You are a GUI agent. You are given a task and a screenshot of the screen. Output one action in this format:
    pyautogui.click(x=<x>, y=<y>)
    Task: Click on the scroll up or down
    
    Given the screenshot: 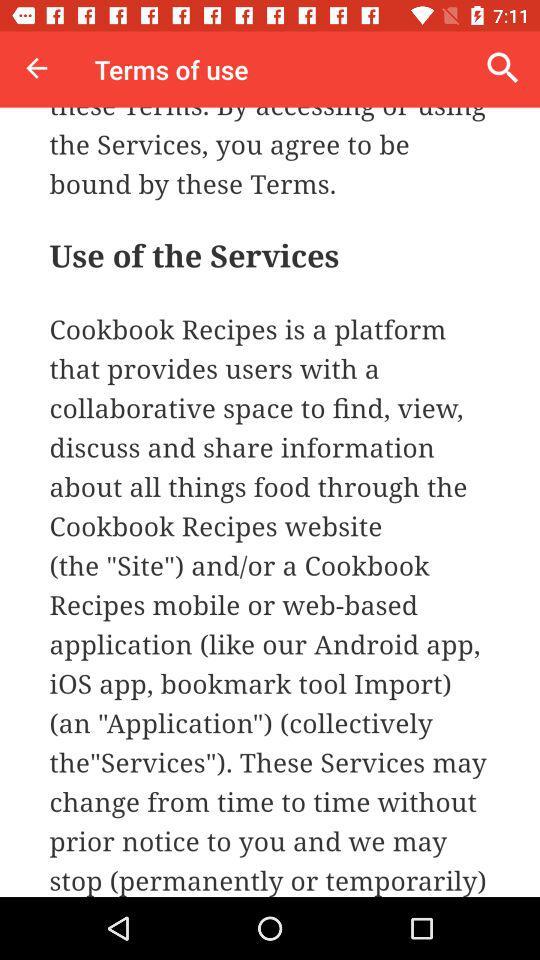 What is the action you would take?
    pyautogui.click(x=270, y=501)
    